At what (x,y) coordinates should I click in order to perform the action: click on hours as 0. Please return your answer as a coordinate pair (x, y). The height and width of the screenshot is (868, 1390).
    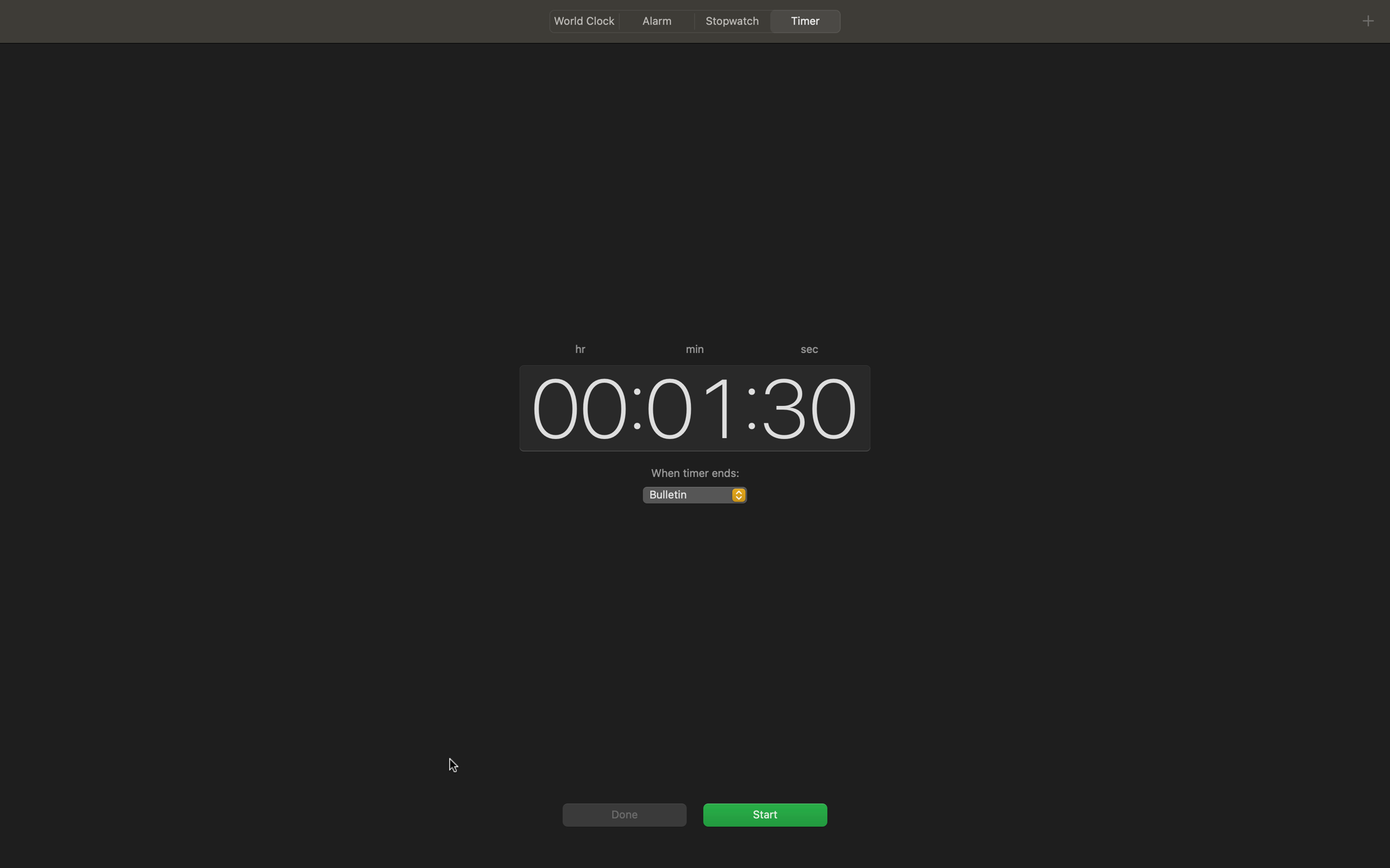
    Looking at the image, I should click on (574, 406).